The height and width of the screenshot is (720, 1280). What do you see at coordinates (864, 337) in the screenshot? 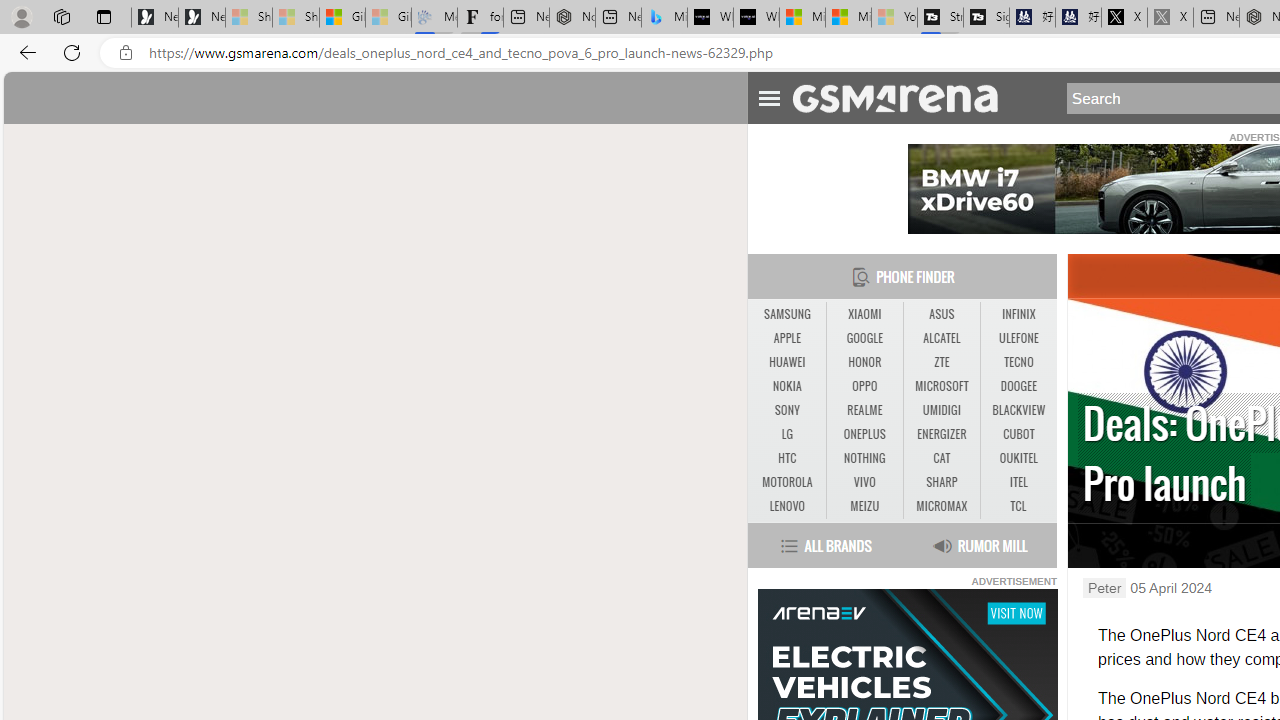
I see `'GOOGLE'` at bounding box center [864, 337].